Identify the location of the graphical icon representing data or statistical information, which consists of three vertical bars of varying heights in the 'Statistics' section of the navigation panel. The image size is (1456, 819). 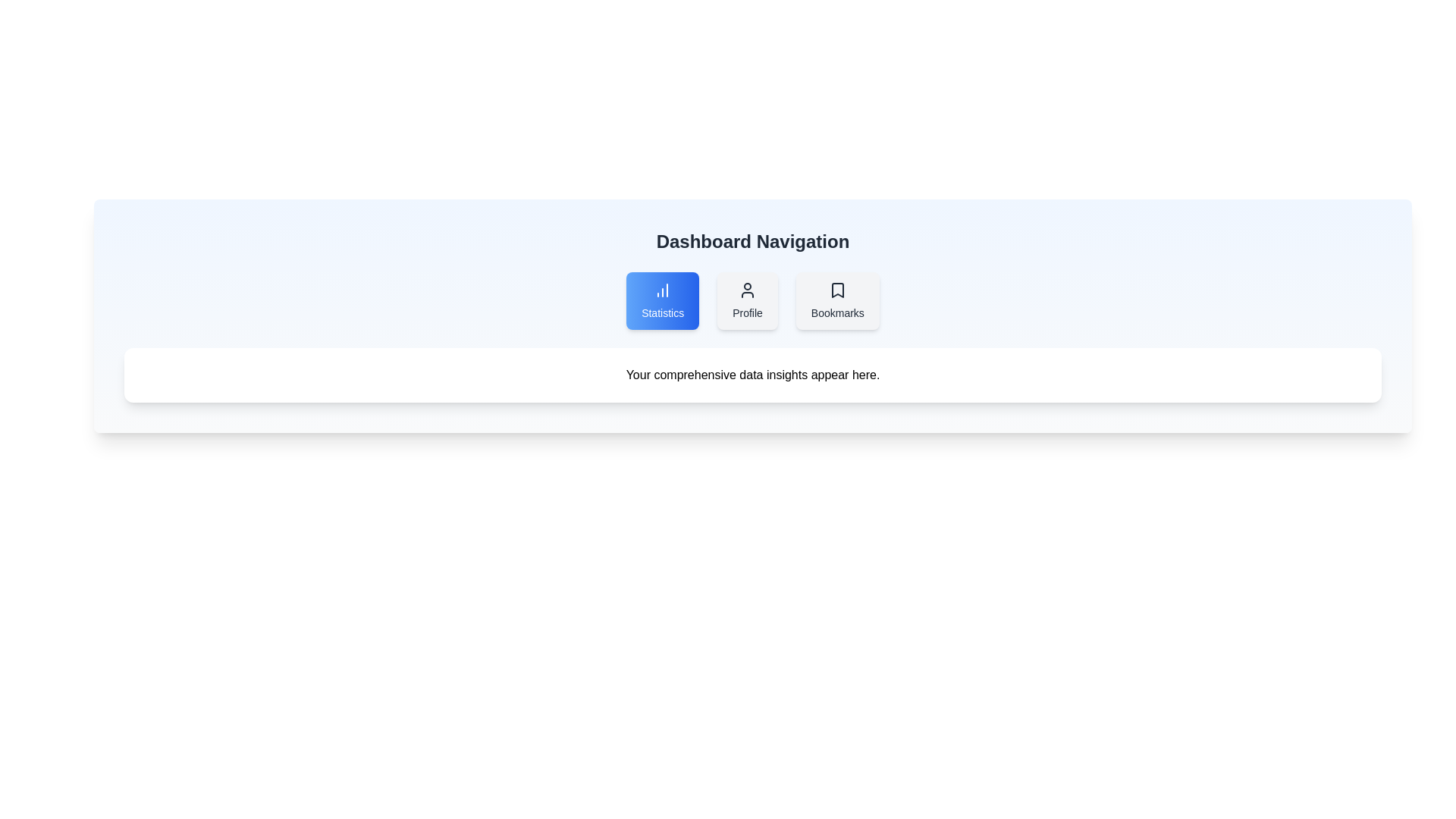
(663, 290).